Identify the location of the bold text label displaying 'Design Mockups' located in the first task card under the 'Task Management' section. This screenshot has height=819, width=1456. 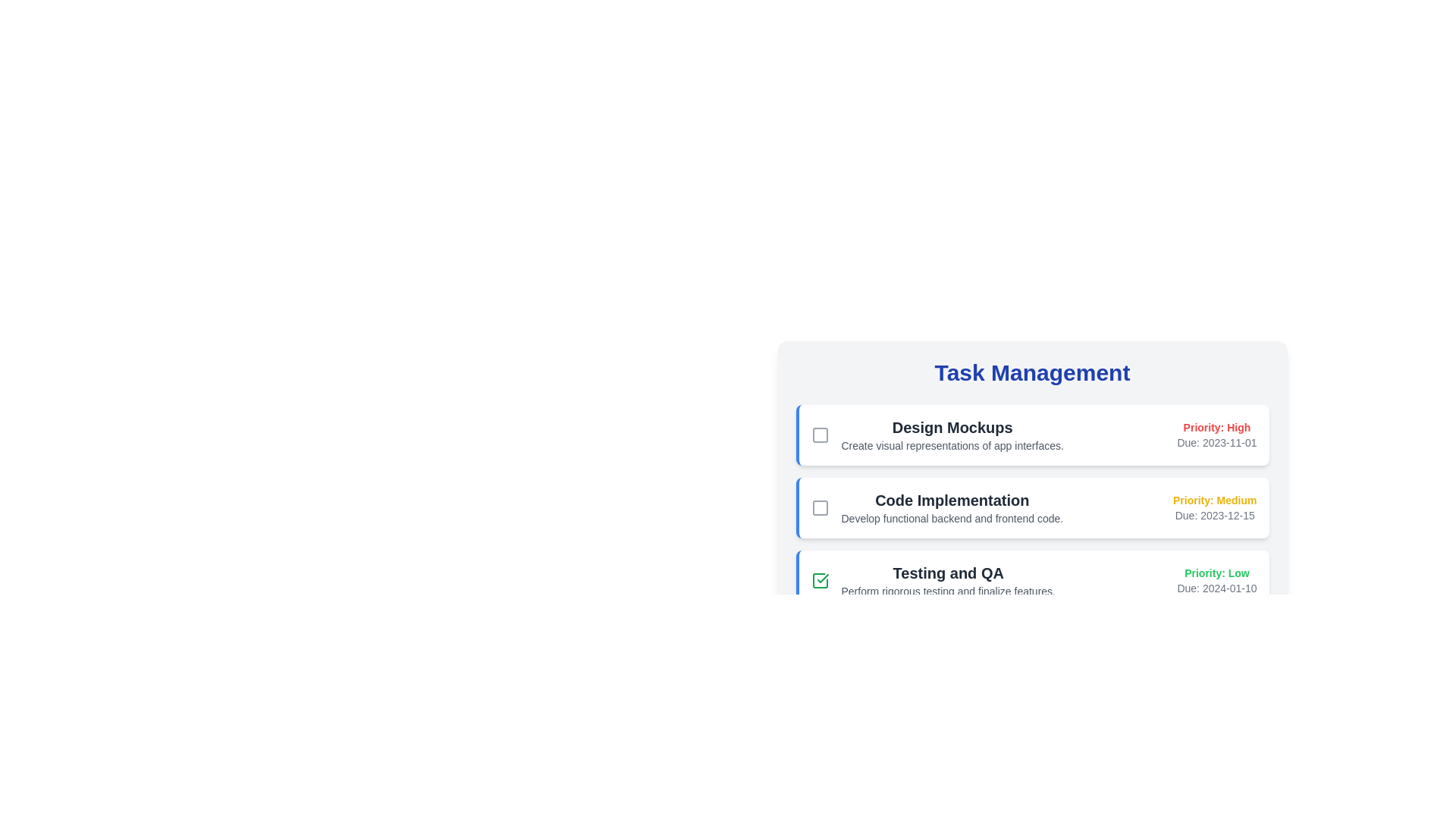
(952, 427).